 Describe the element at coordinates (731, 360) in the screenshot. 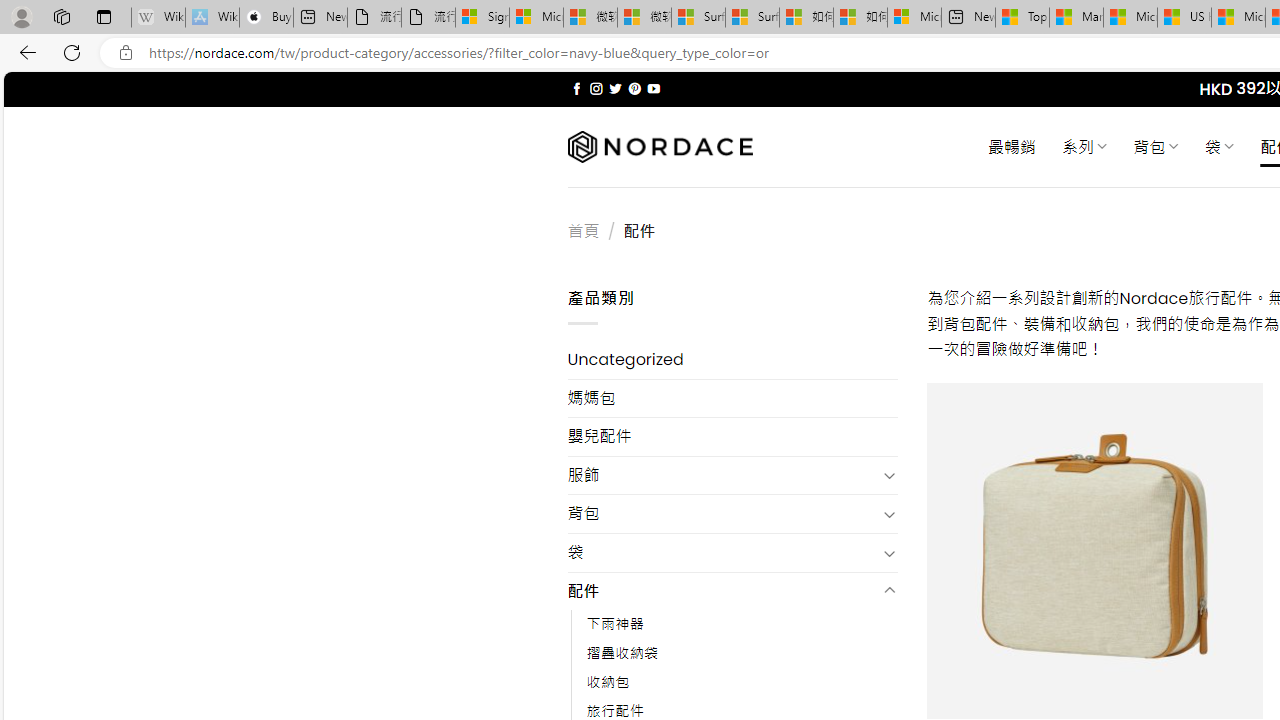

I see `'Uncategorized'` at that location.